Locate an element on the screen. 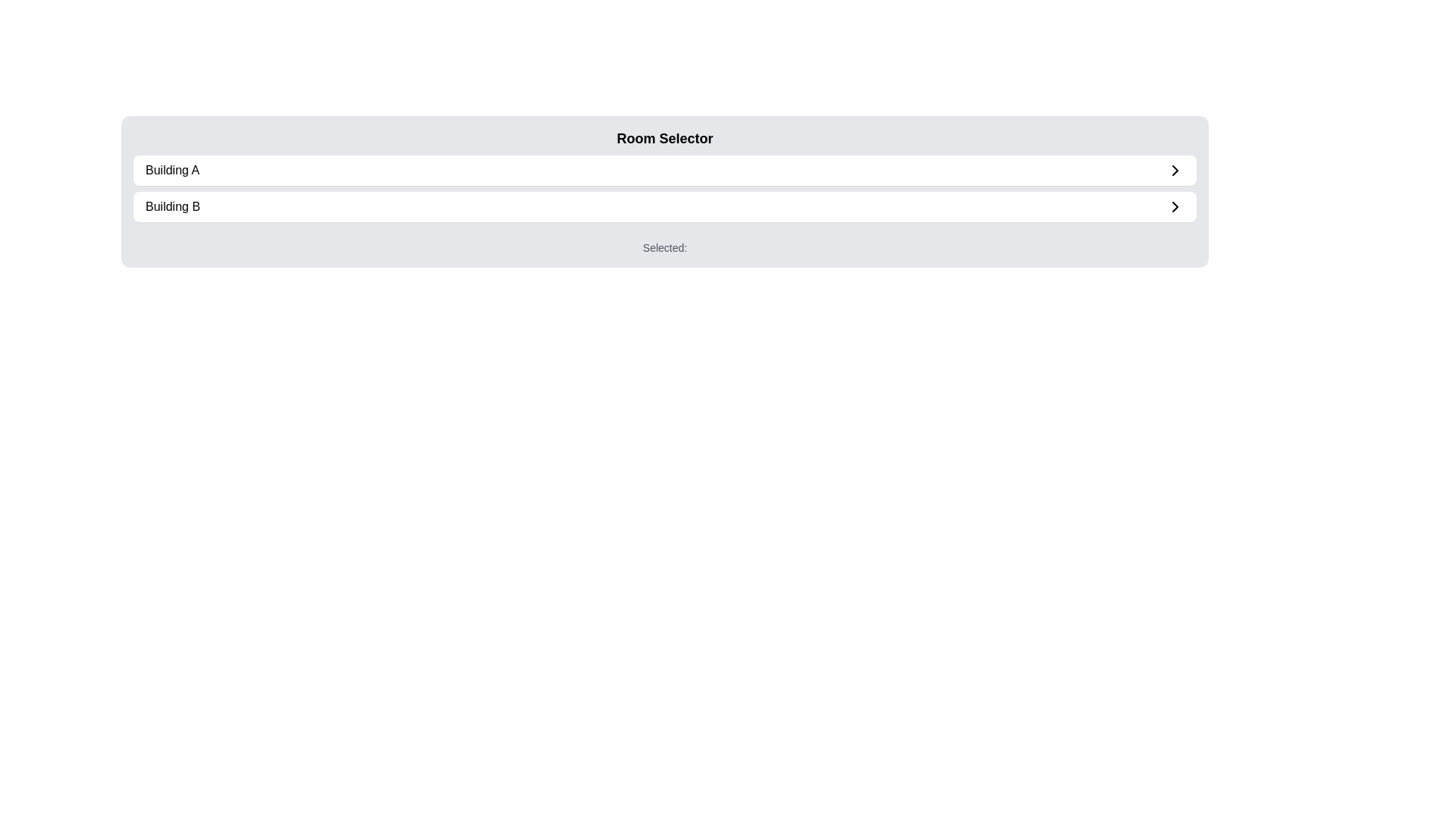  displayed text from the label that shows 'Selected:' located beneath the 'Room Selector' heading is located at coordinates (670, 242).